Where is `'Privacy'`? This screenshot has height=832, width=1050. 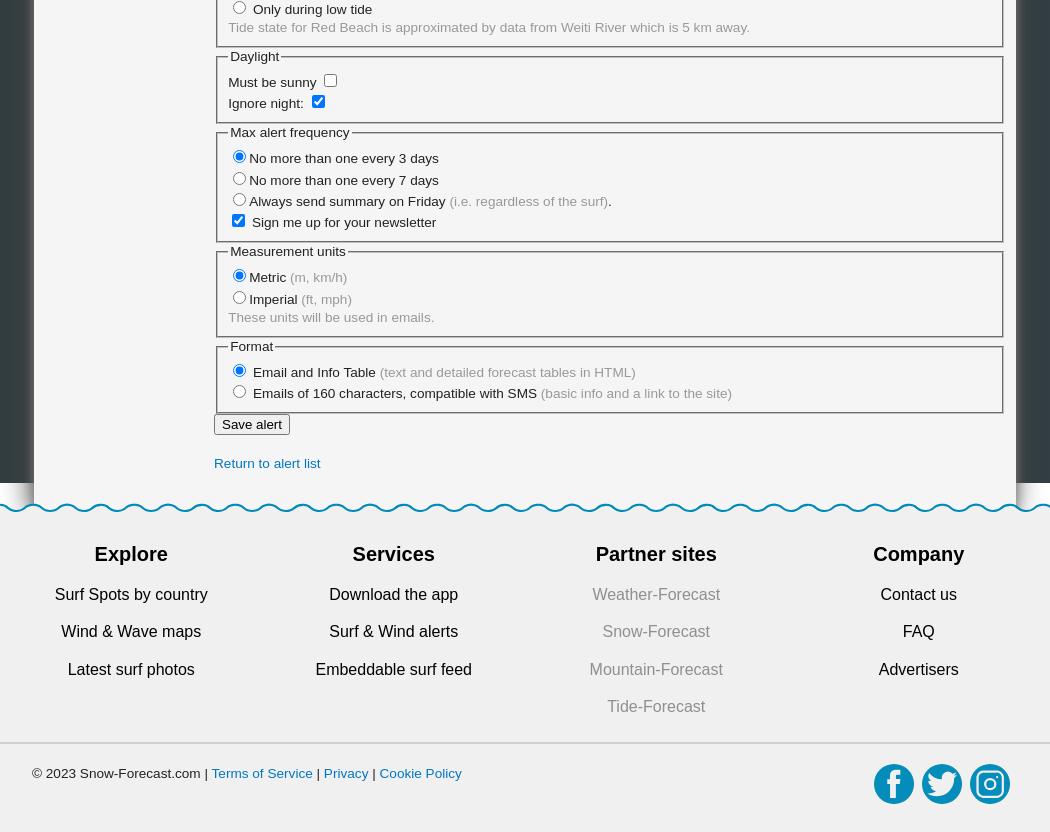 'Privacy' is located at coordinates (344, 772).